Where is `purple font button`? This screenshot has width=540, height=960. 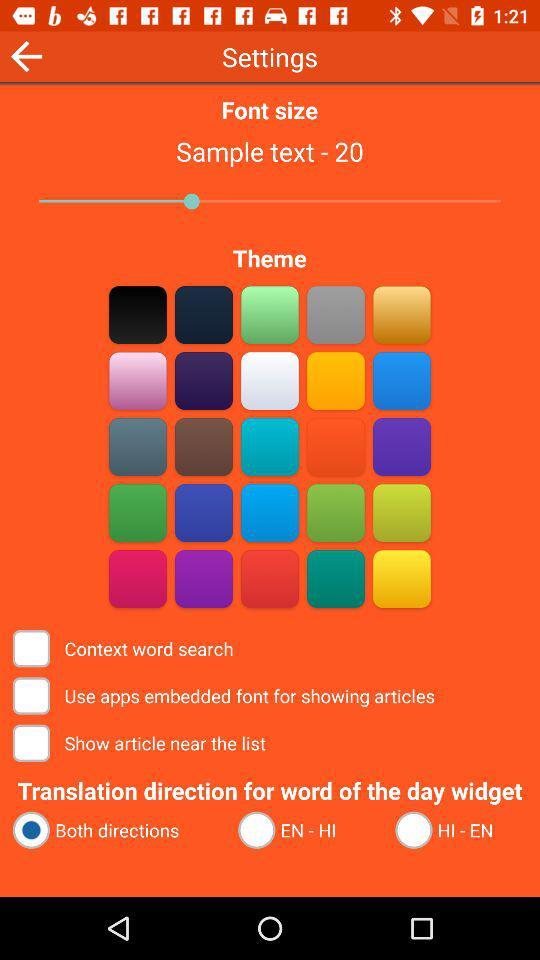
purple font button is located at coordinates (137, 380).